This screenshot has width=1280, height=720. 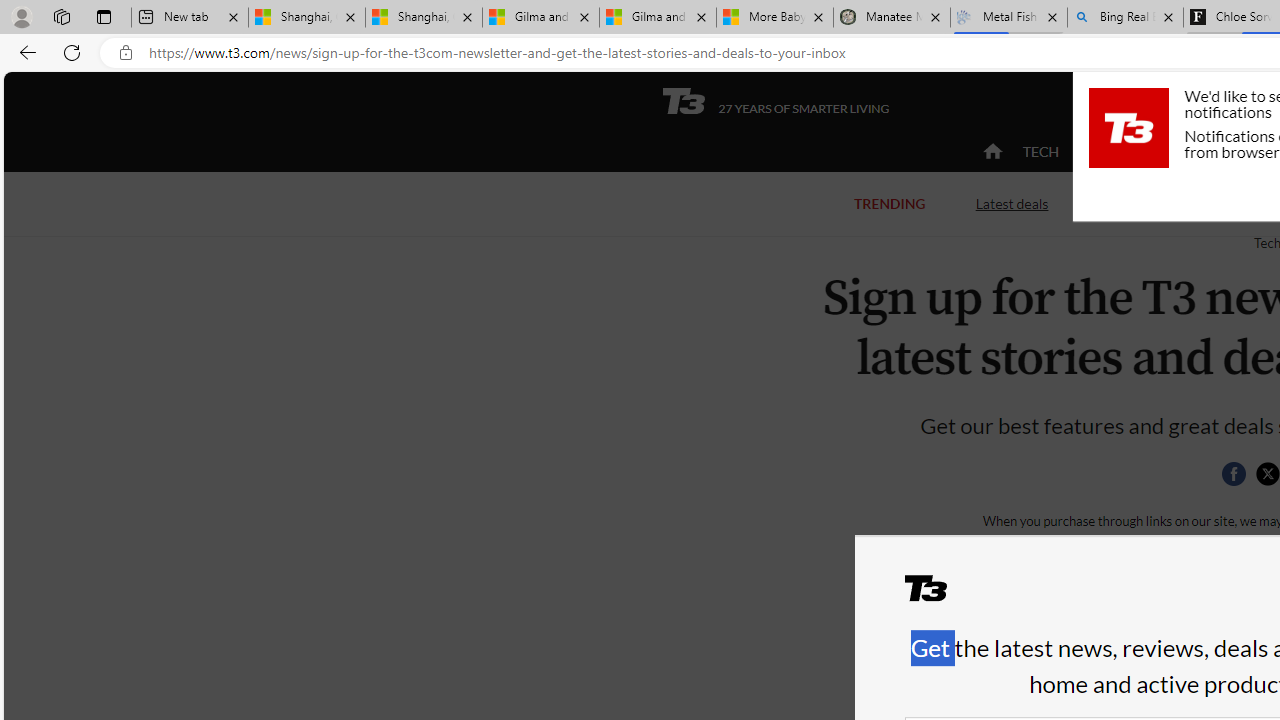 What do you see at coordinates (1011, 204) in the screenshot?
I see `'Latest deals'` at bounding box center [1011, 204].